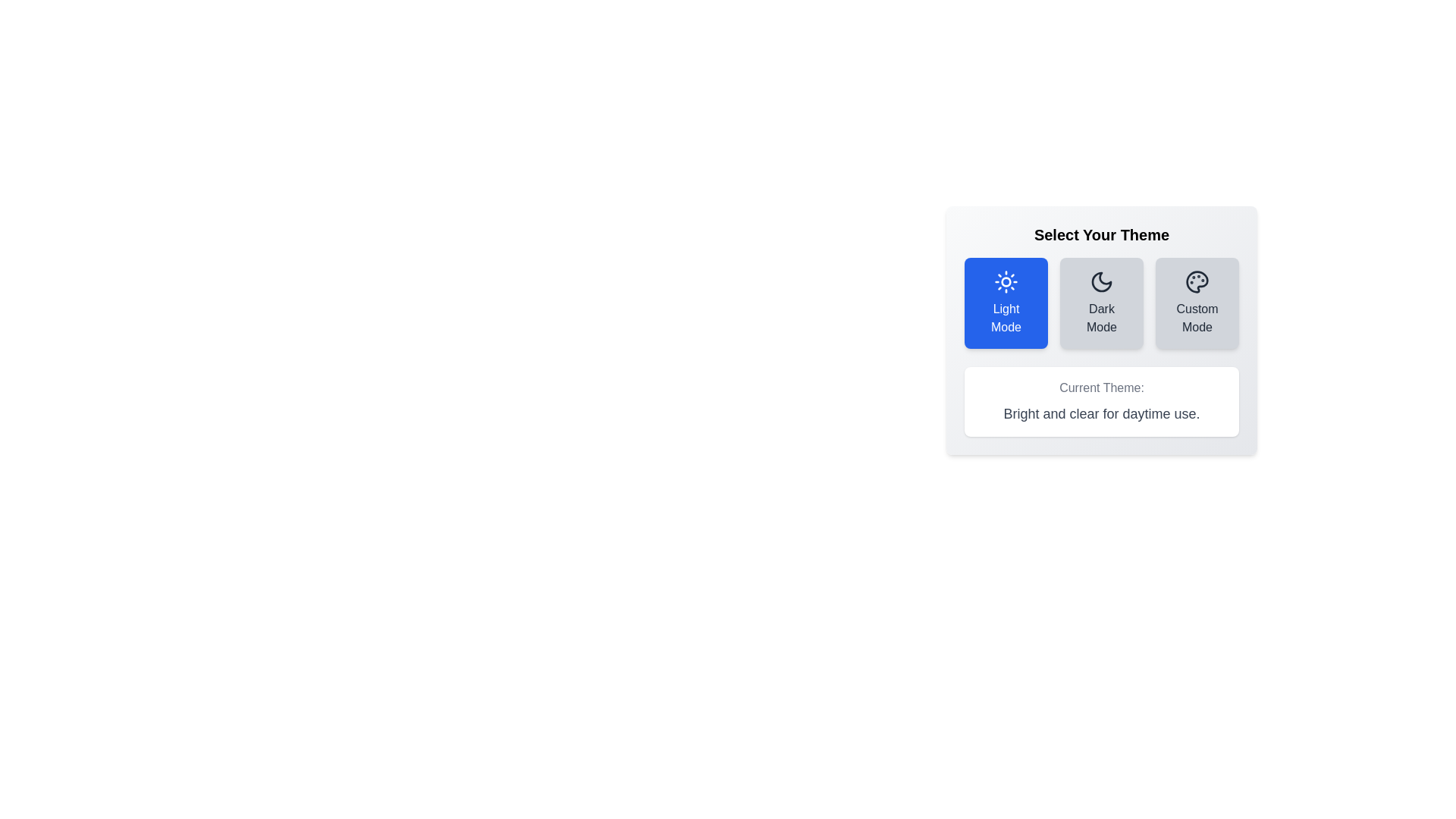 This screenshot has height=819, width=1456. What do you see at coordinates (1197, 303) in the screenshot?
I see `the button corresponding to Custom Mode theme` at bounding box center [1197, 303].